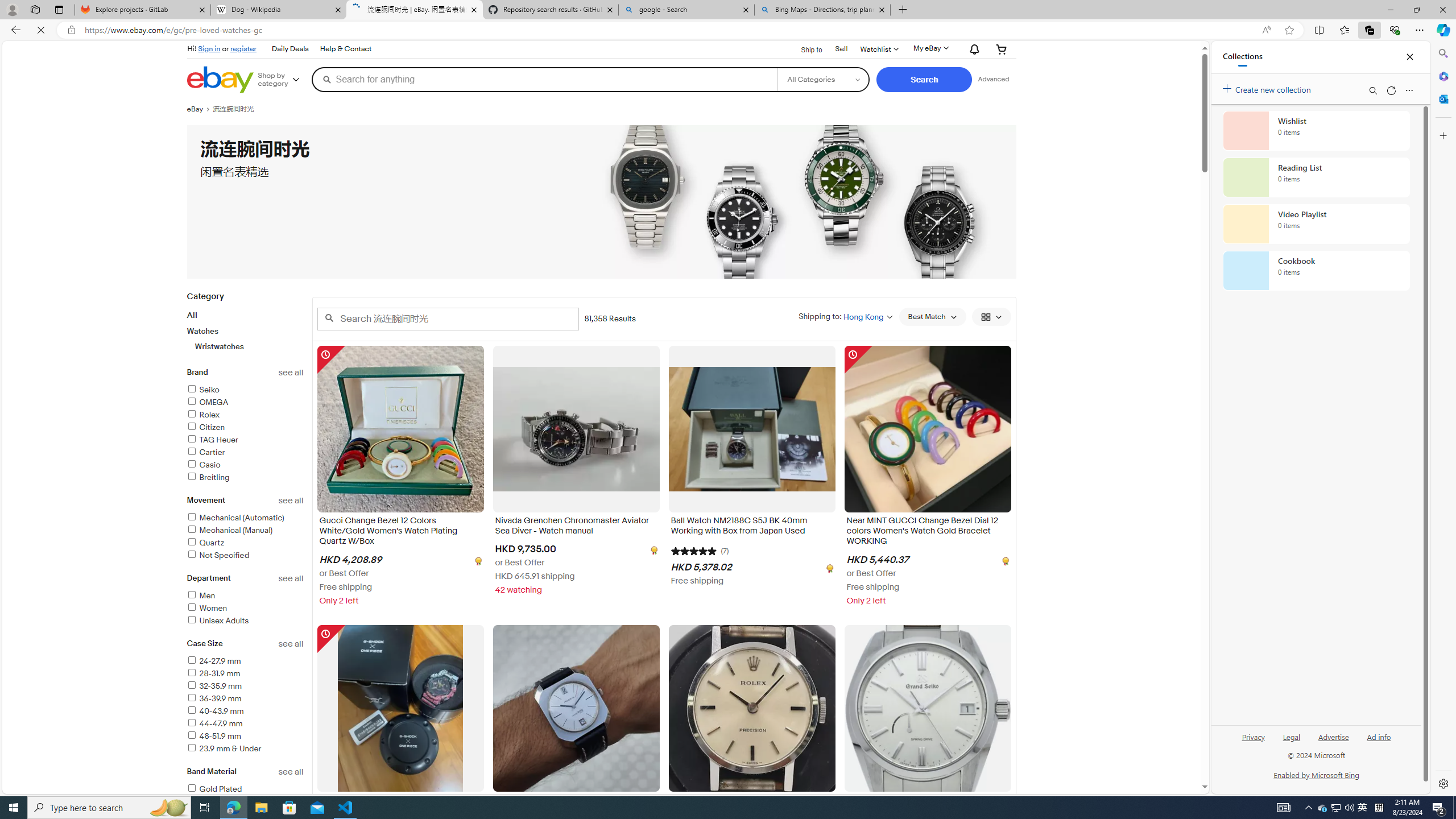 This screenshot has height=819, width=1456. I want to click on 'Advertise', so click(1333, 736).